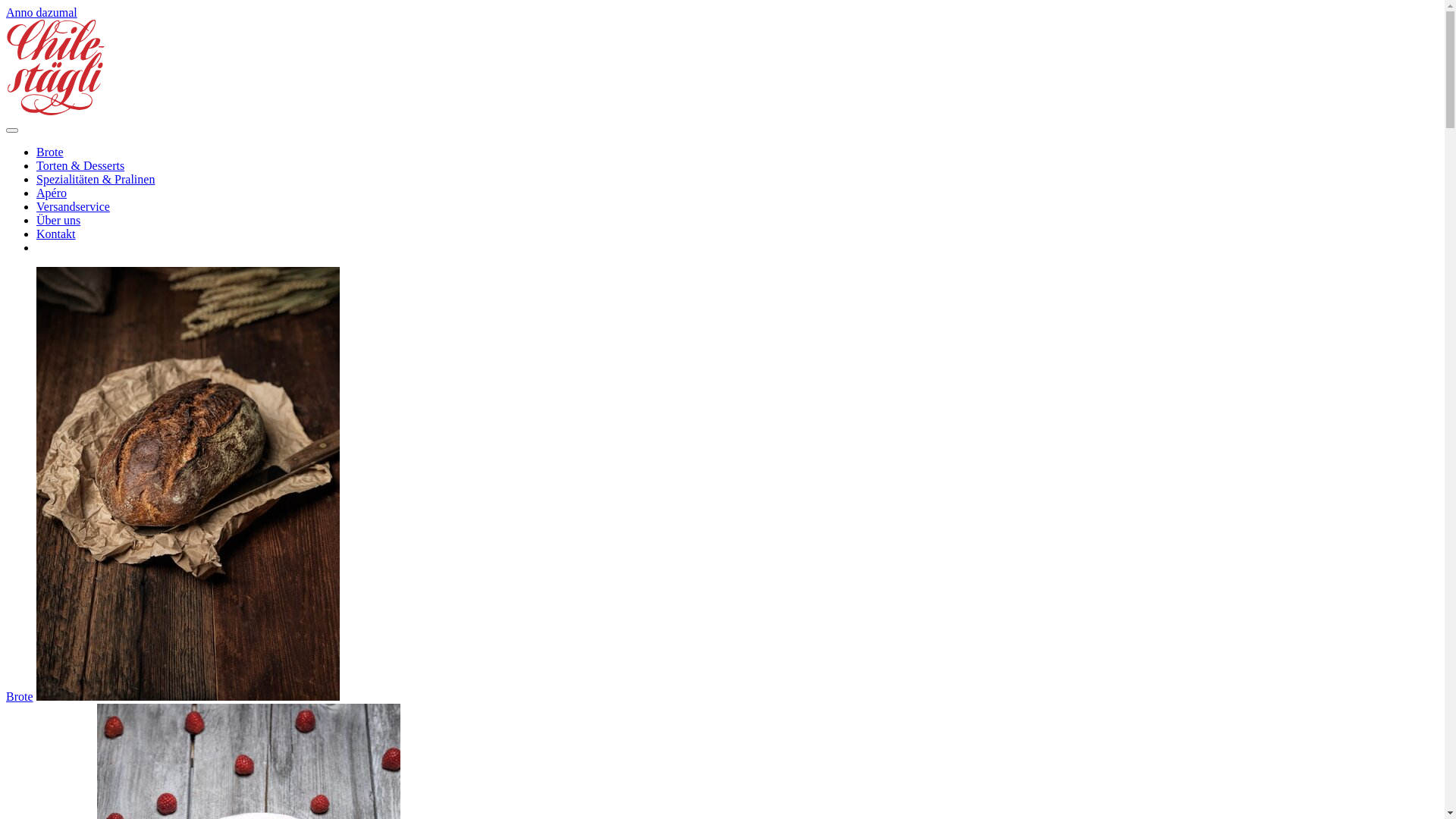 The height and width of the screenshot is (819, 1456). I want to click on 'Brote', so click(6, 696).